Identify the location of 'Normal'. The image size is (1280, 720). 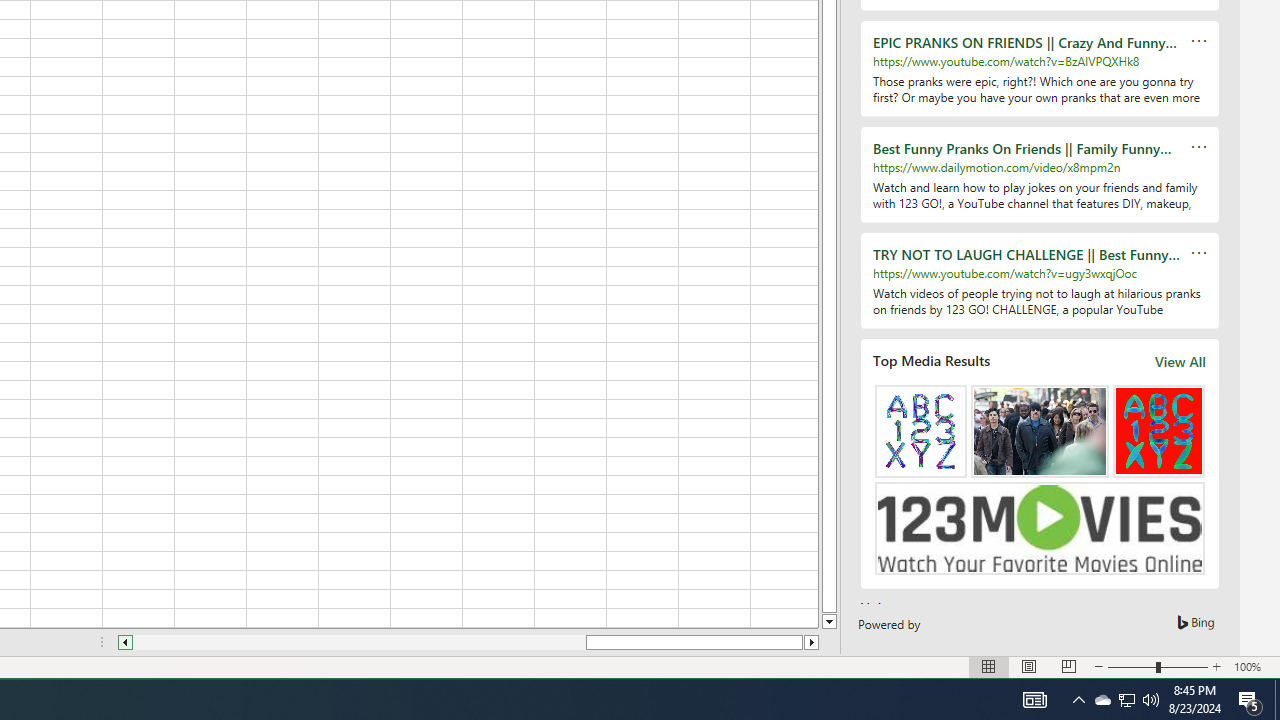
(988, 667).